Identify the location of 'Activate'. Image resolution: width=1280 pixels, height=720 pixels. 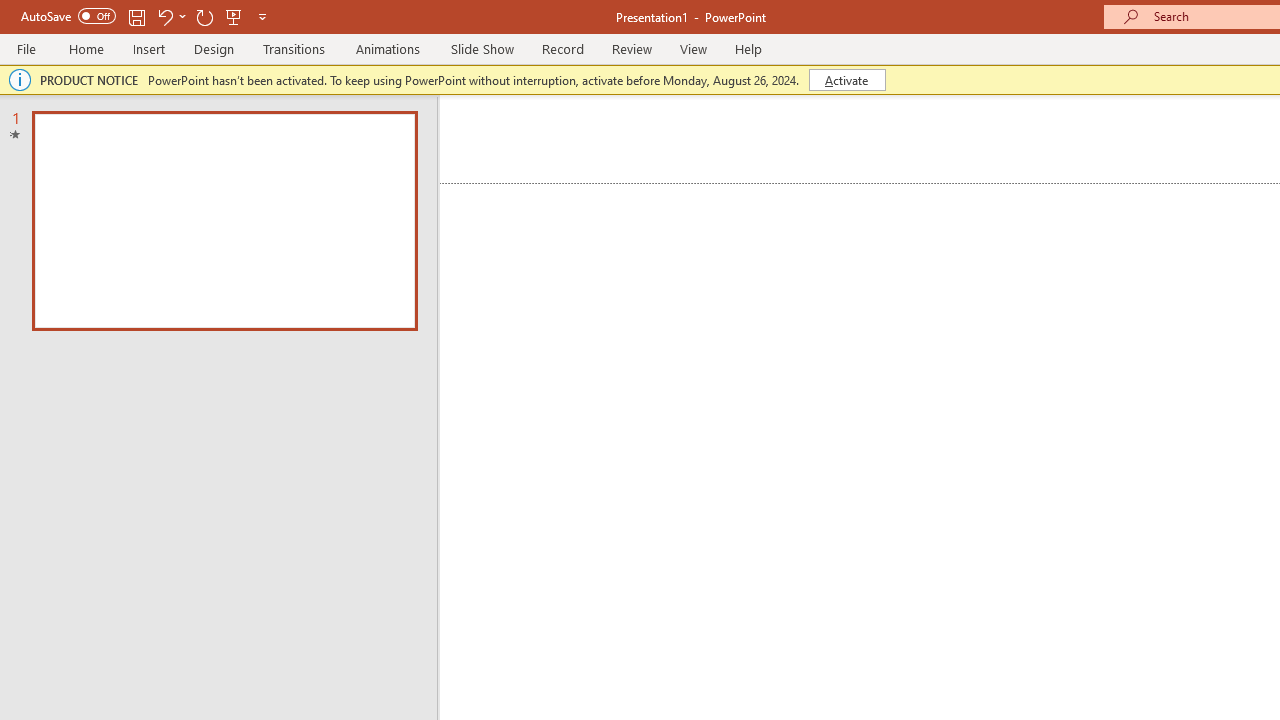
(847, 78).